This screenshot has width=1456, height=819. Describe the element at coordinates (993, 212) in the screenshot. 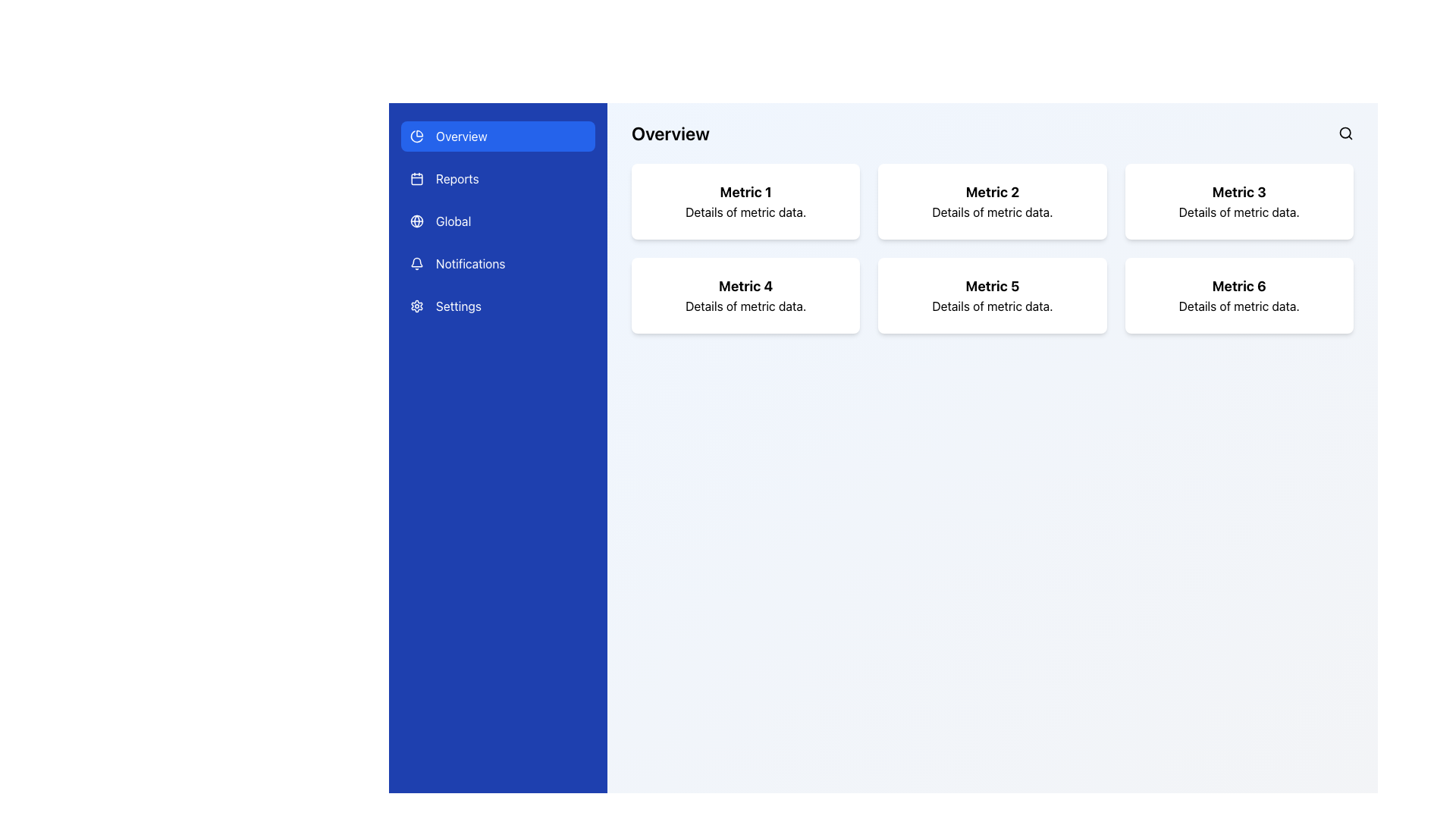

I see `the descriptive text label located inside the 'Metric 2' card in the second column of the first row, positioned below the card's title text` at that location.